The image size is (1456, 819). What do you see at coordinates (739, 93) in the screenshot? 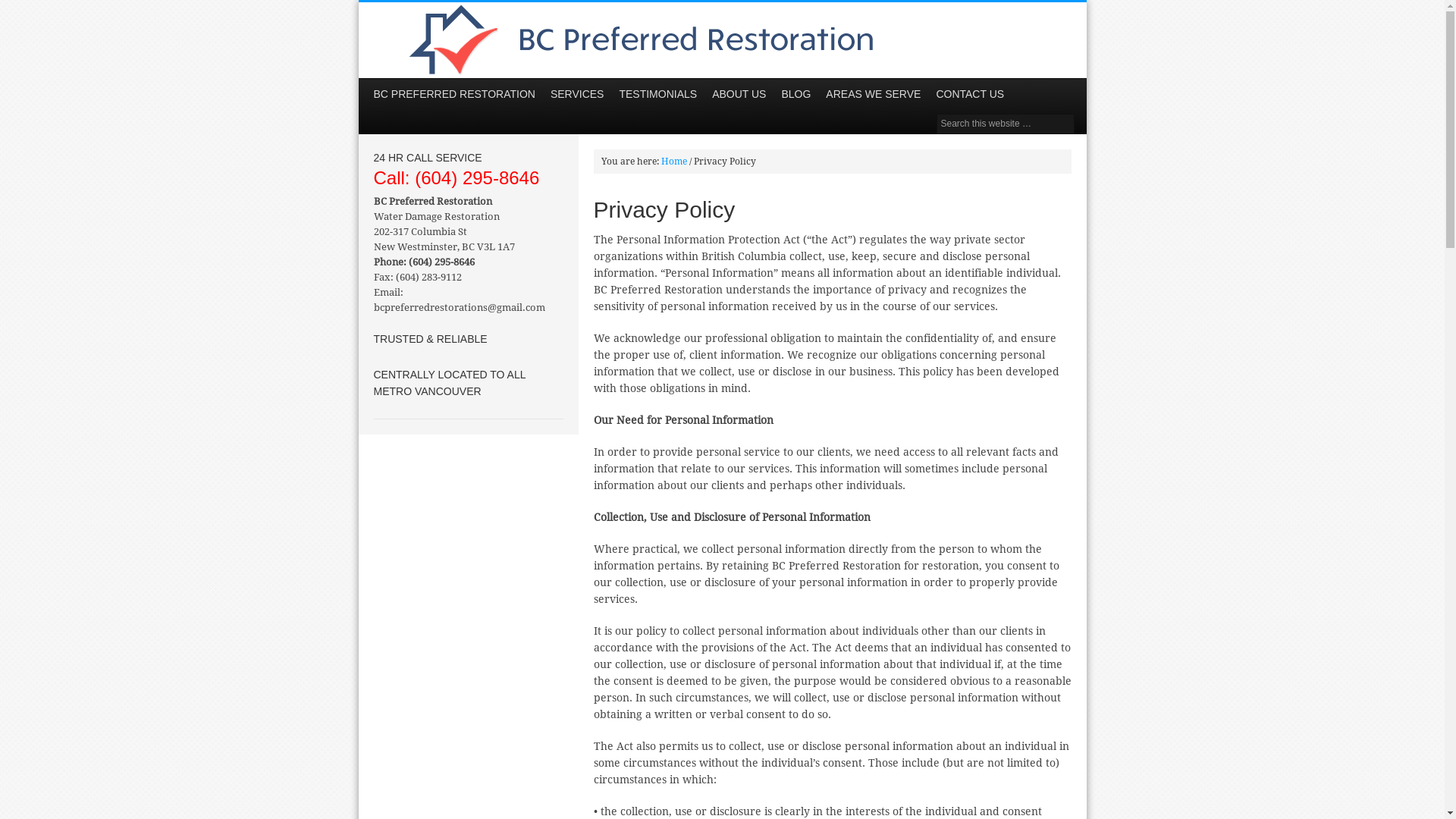
I see `'ABOUT US'` at bounding box center [739, 93].